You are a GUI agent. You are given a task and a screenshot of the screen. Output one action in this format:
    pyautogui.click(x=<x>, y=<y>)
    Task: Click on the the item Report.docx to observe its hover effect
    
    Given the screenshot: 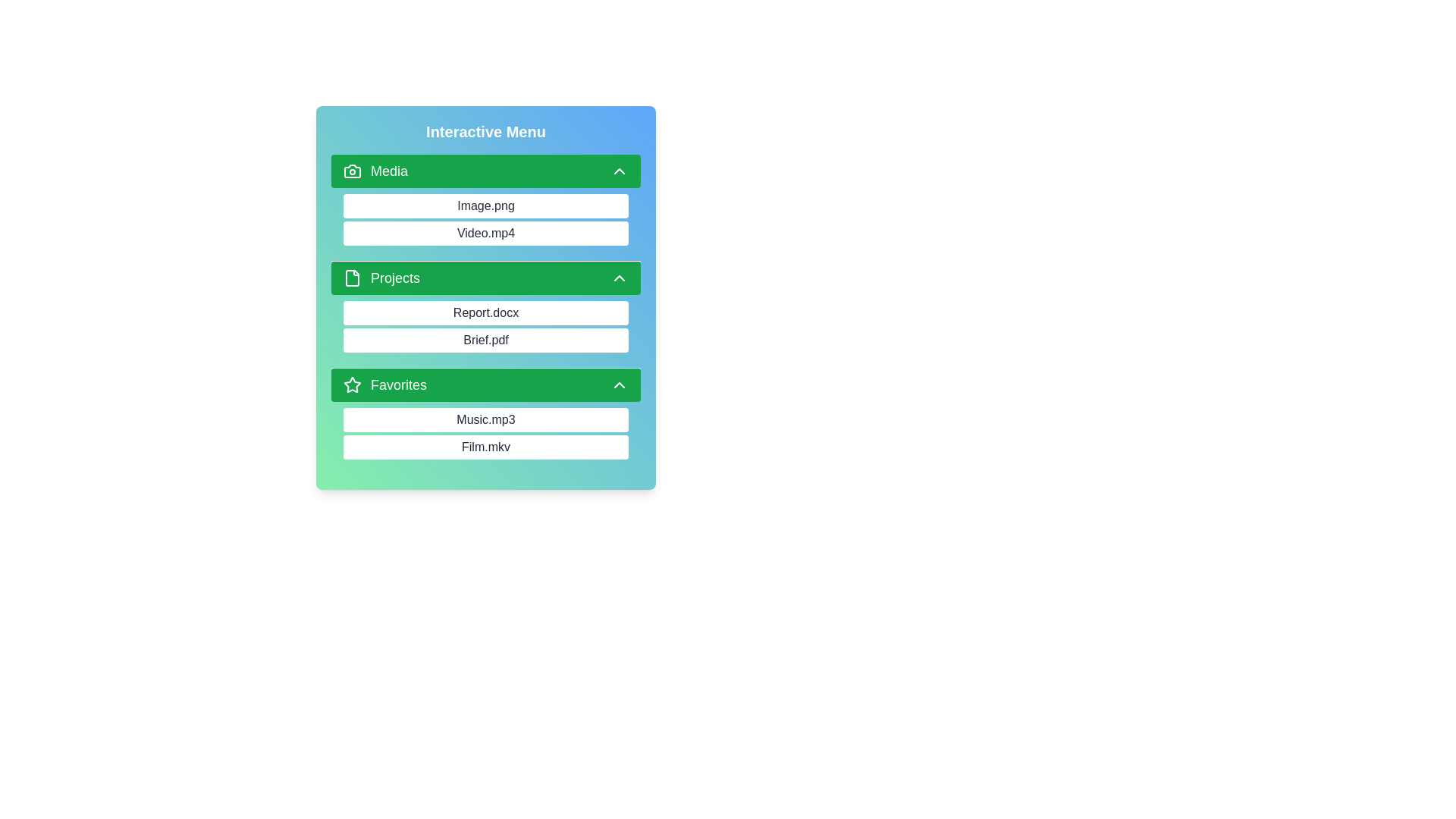 What is the action you would take?
    pyautogui.click(x=486, y=312)
    